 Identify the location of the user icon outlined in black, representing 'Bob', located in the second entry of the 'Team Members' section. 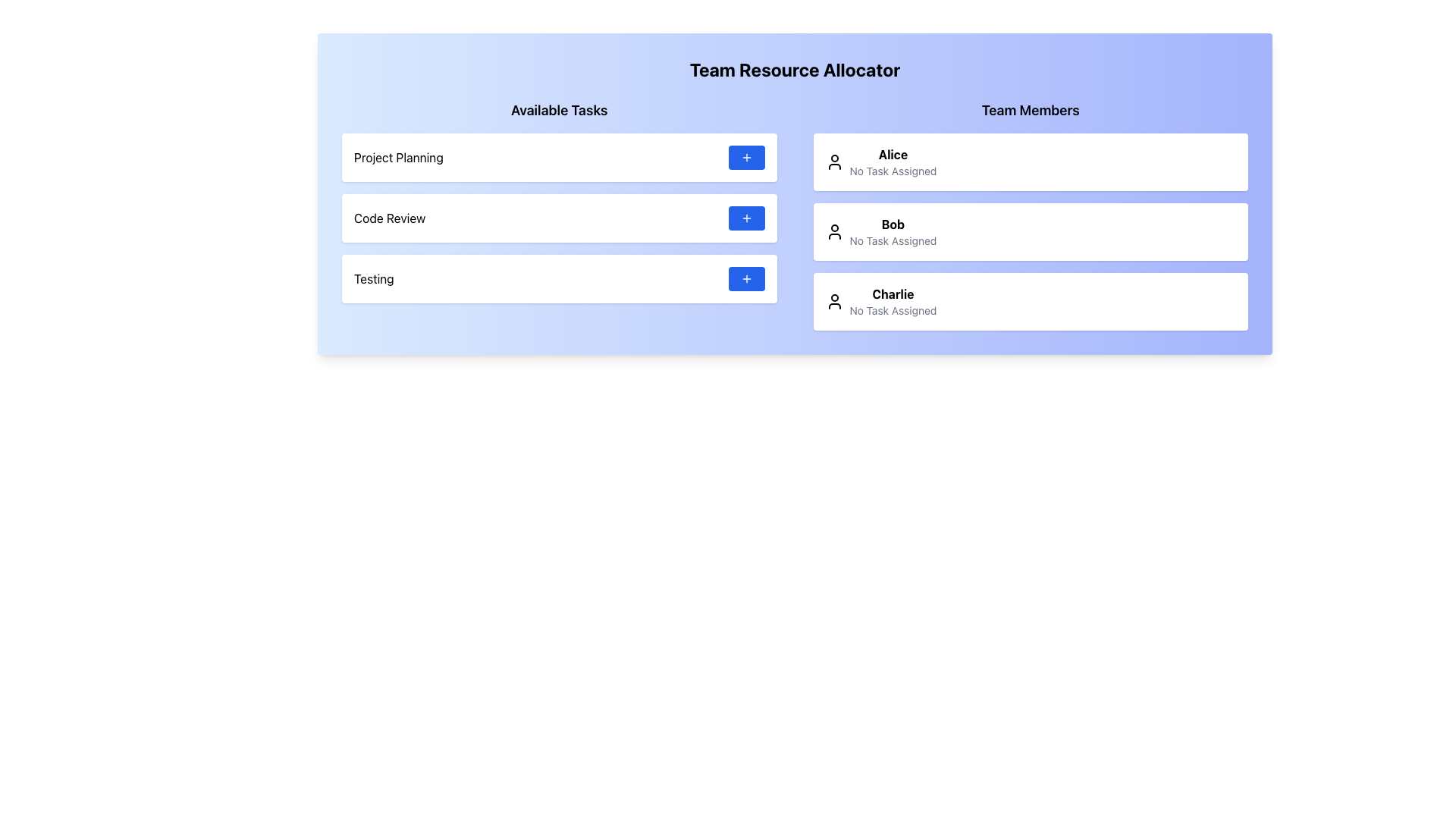
(833, 231).